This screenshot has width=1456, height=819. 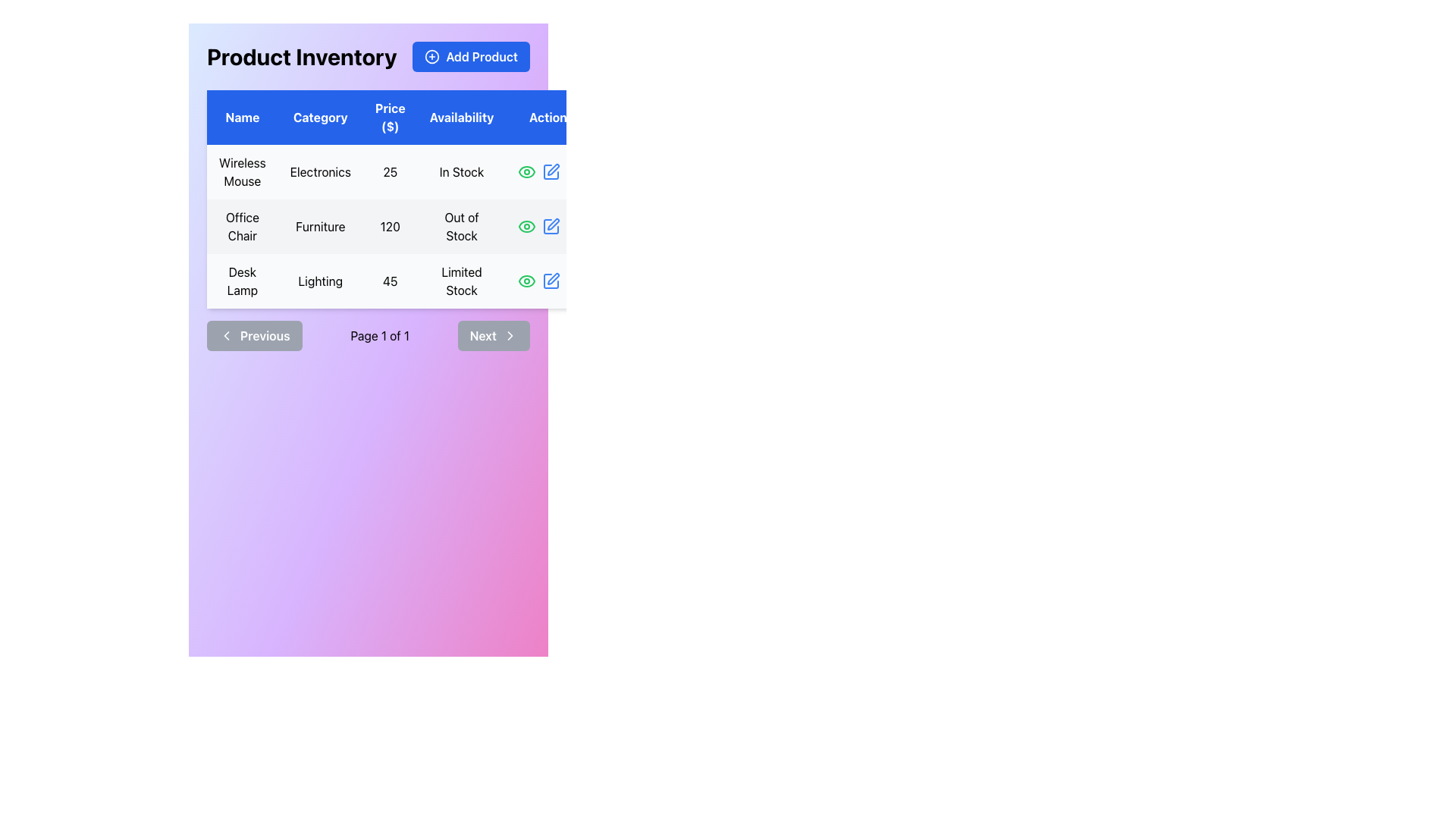 I want to click on the 'Furniture' text label in the second row of the 'Category' column of the product inventory table, which is located between 'Office Chair' and '120', so click(x=319, y=227).